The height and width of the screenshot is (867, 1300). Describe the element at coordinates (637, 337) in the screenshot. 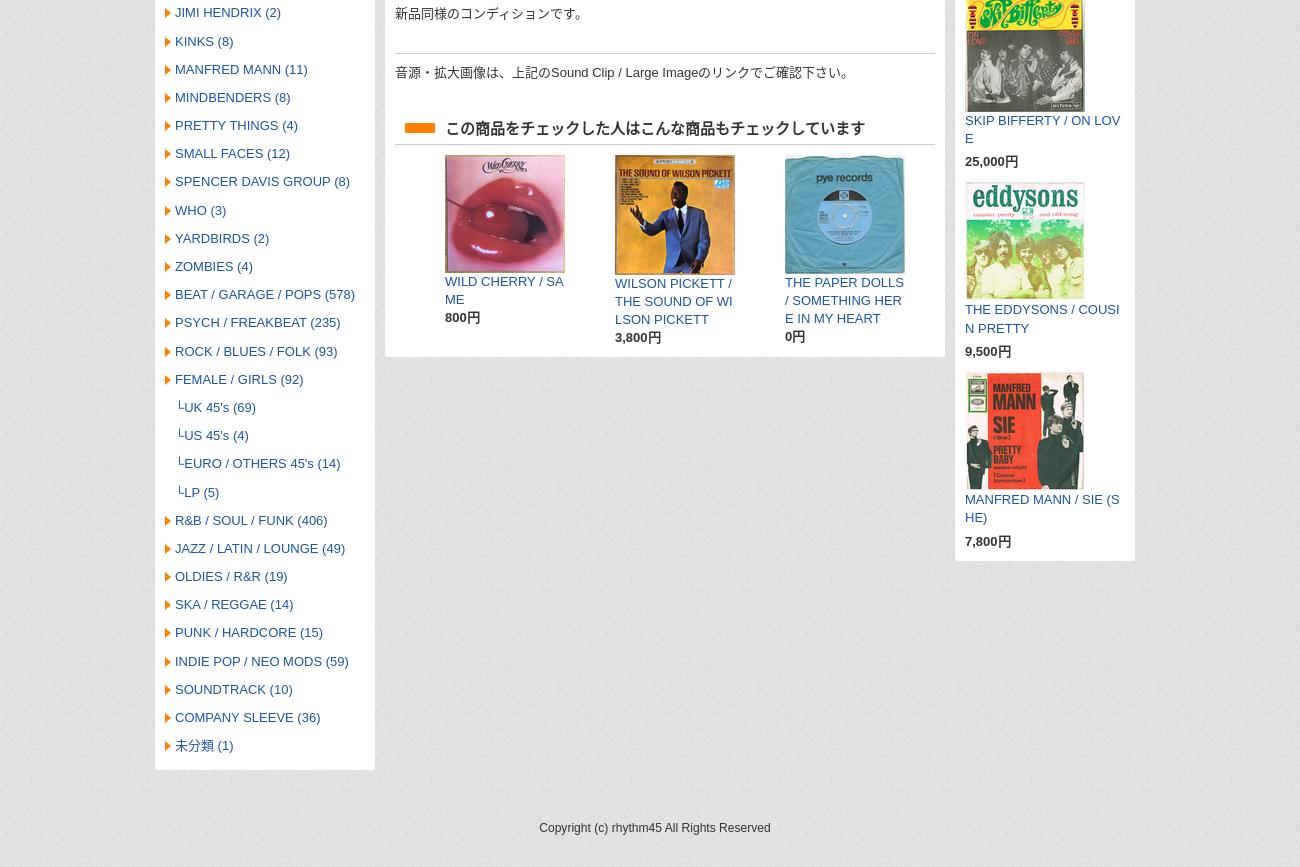

I see `'3,800円'` at that location.